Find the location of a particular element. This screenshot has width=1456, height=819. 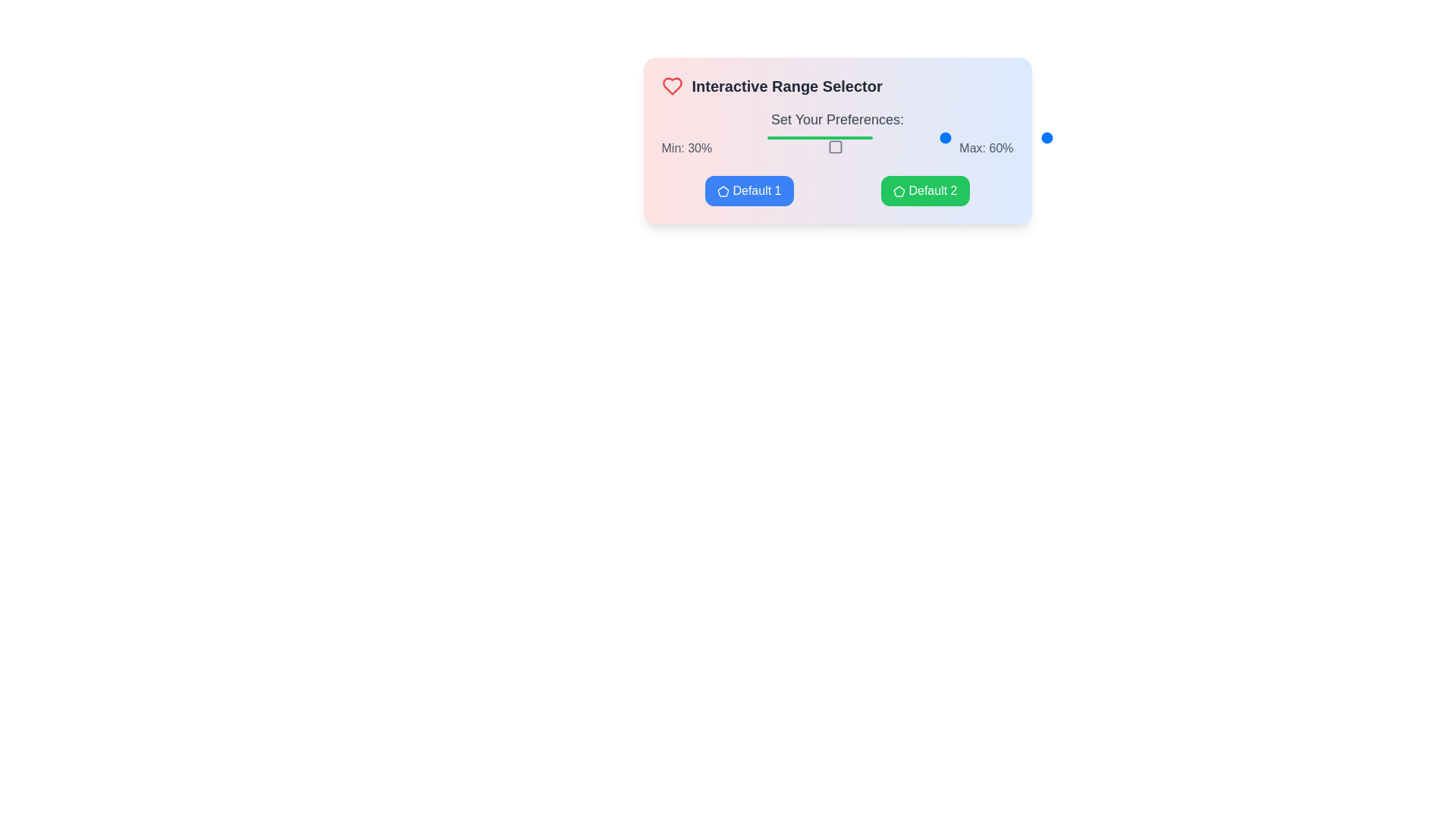

the heart-shaped SVG icon filled with red color, which represents a 'favorites' or 'like' symbol, located to the left of the title text 'Interactive Range Selector' is located at coordinates (671, 86).